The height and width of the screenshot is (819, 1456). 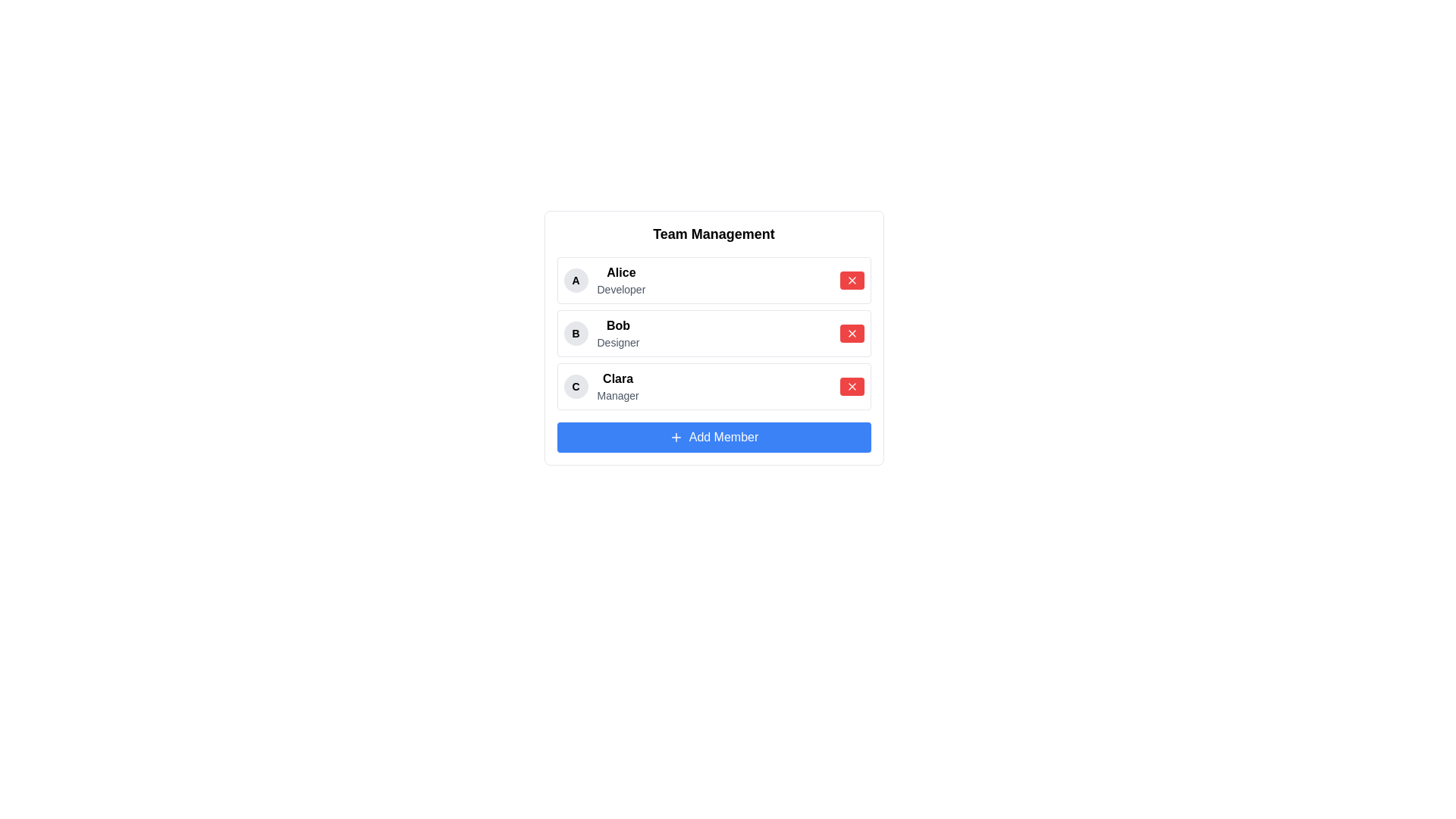 What do you see at coordinates (852, 332) in the screenshot?
I see `the delete button associated with 'Bob Designer'` at bounding box center [852, 332].